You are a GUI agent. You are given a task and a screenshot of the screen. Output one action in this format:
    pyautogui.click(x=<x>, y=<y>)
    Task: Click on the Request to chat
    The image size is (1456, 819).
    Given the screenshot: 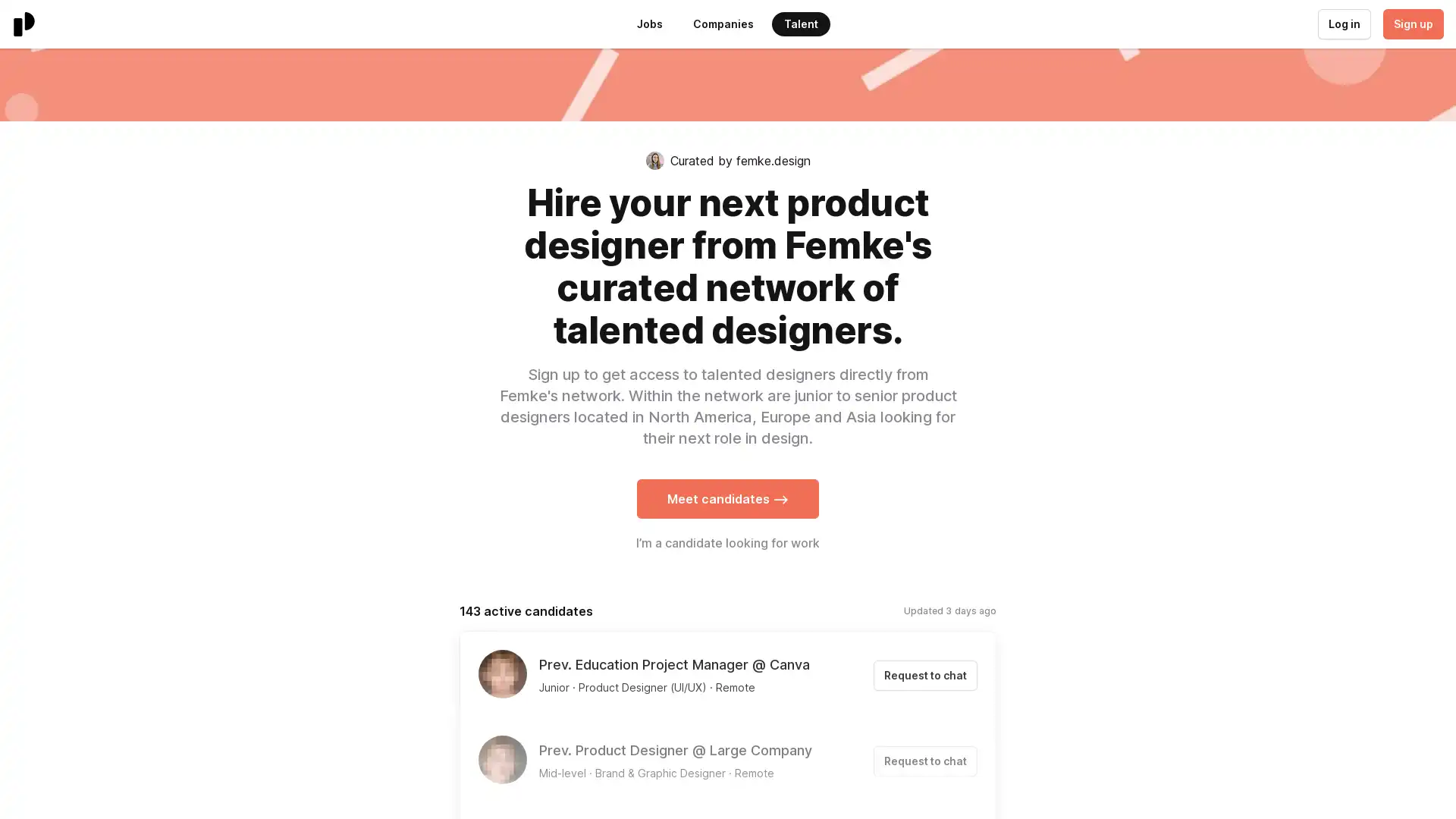 What is the action you would take?
    pyautogui.click(x=924, y=761)
    